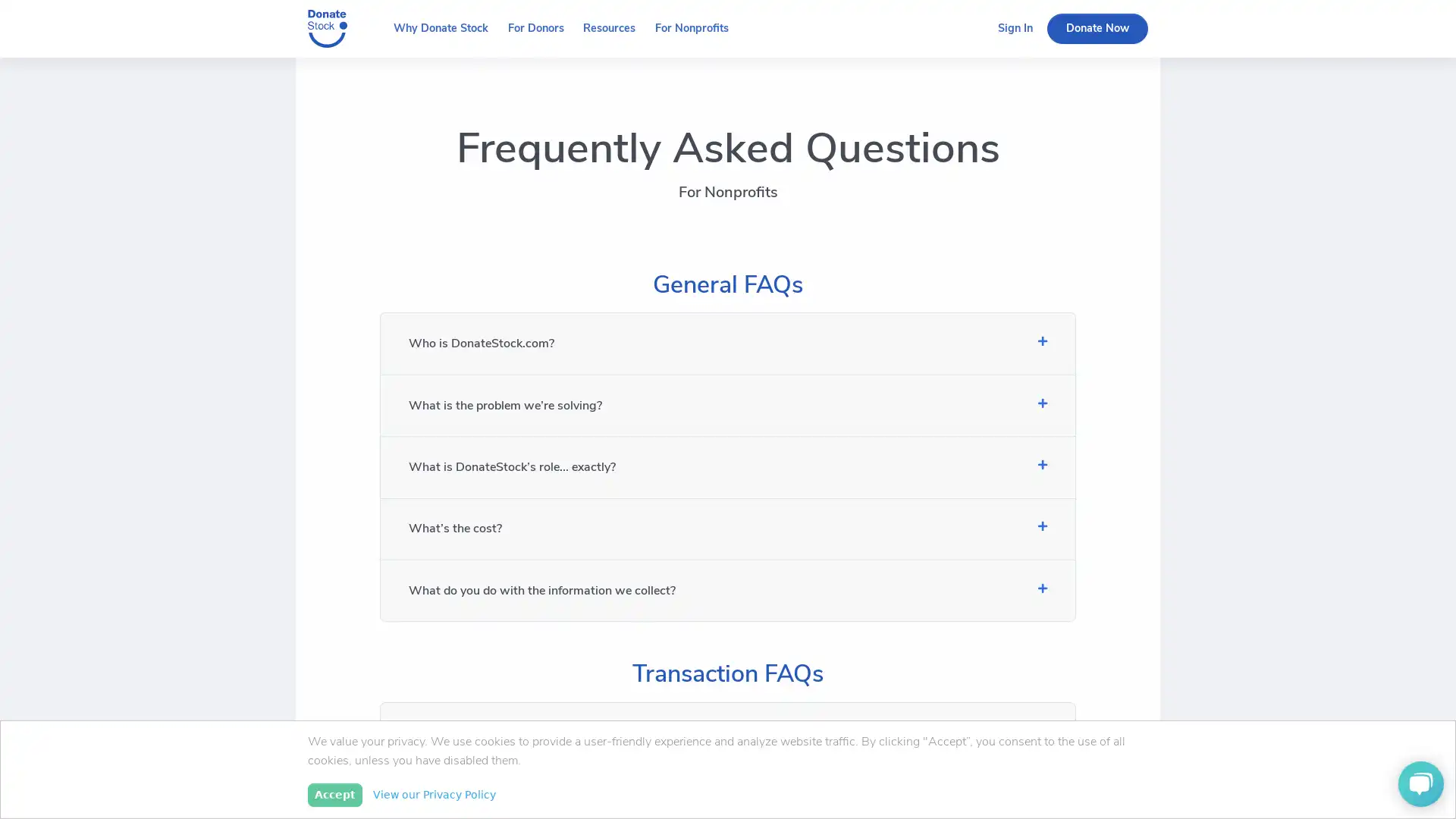 The height and width of the screenshot is (819, 1456). I want to click on Accept, so click(334, 794).